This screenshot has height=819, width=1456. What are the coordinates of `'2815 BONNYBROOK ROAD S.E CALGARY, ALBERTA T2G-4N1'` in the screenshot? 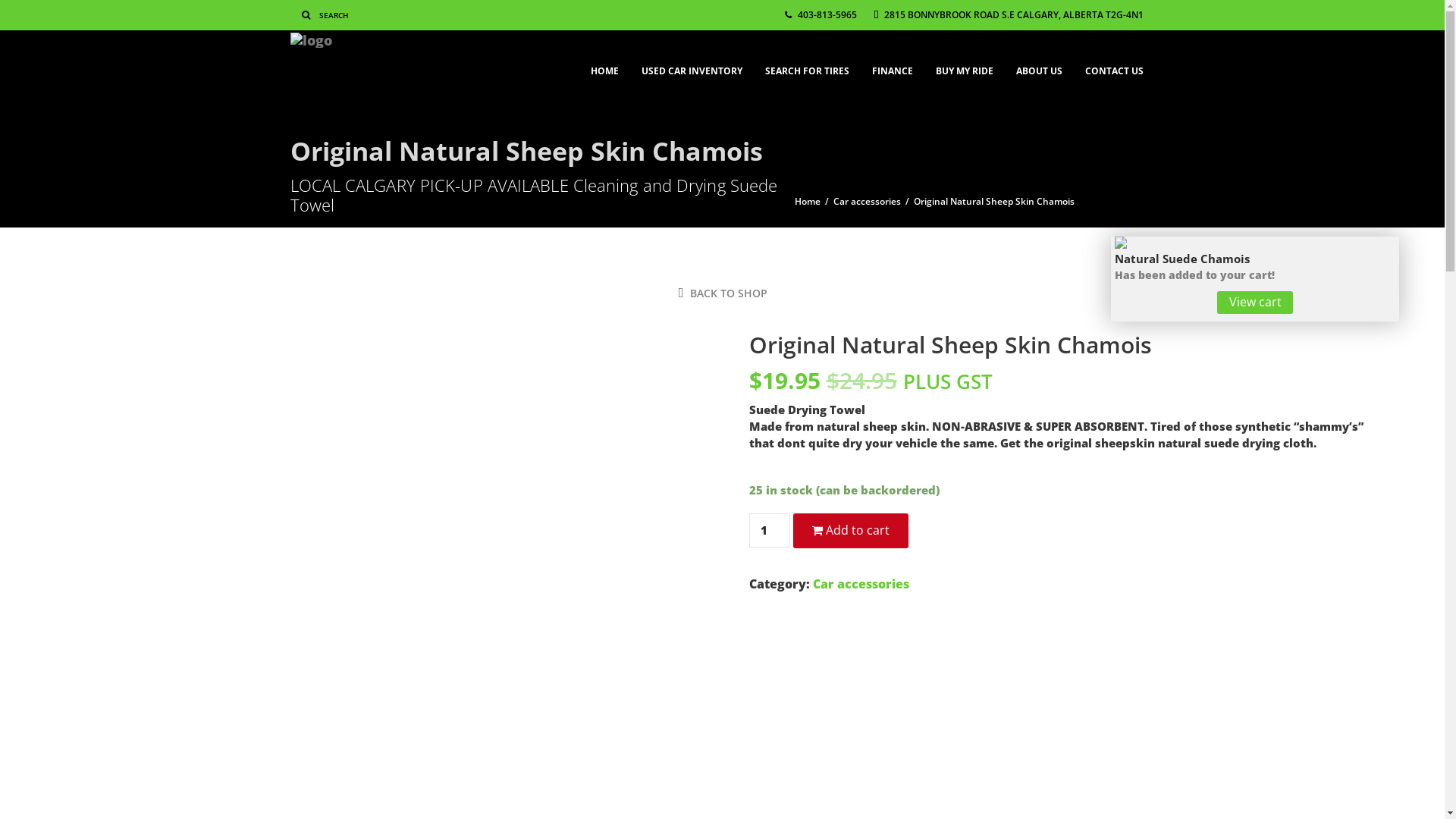 It's located at (1008, 14).